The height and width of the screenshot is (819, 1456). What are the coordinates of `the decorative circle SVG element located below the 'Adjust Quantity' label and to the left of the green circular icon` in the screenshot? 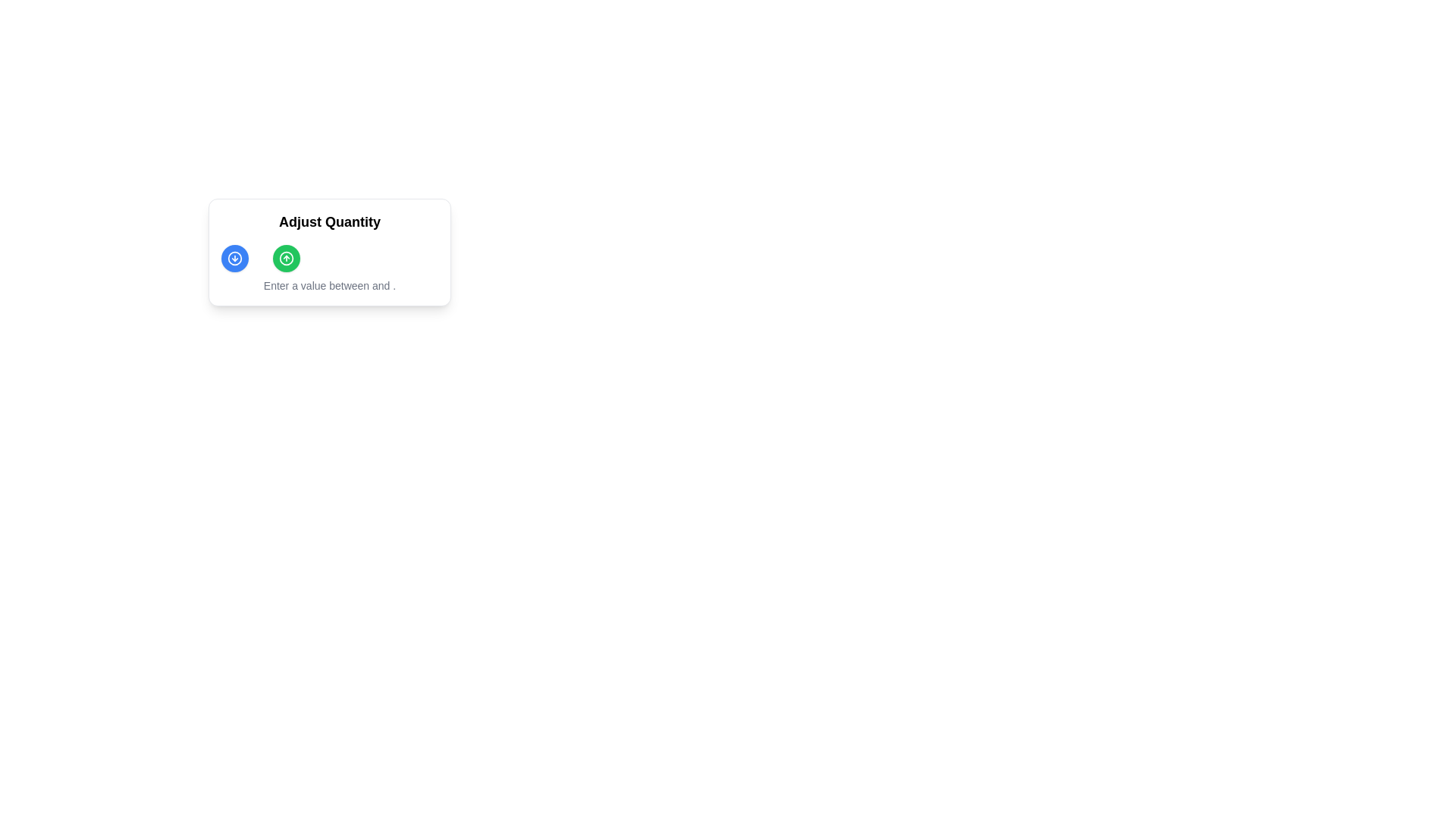 It's located at (234, 257).